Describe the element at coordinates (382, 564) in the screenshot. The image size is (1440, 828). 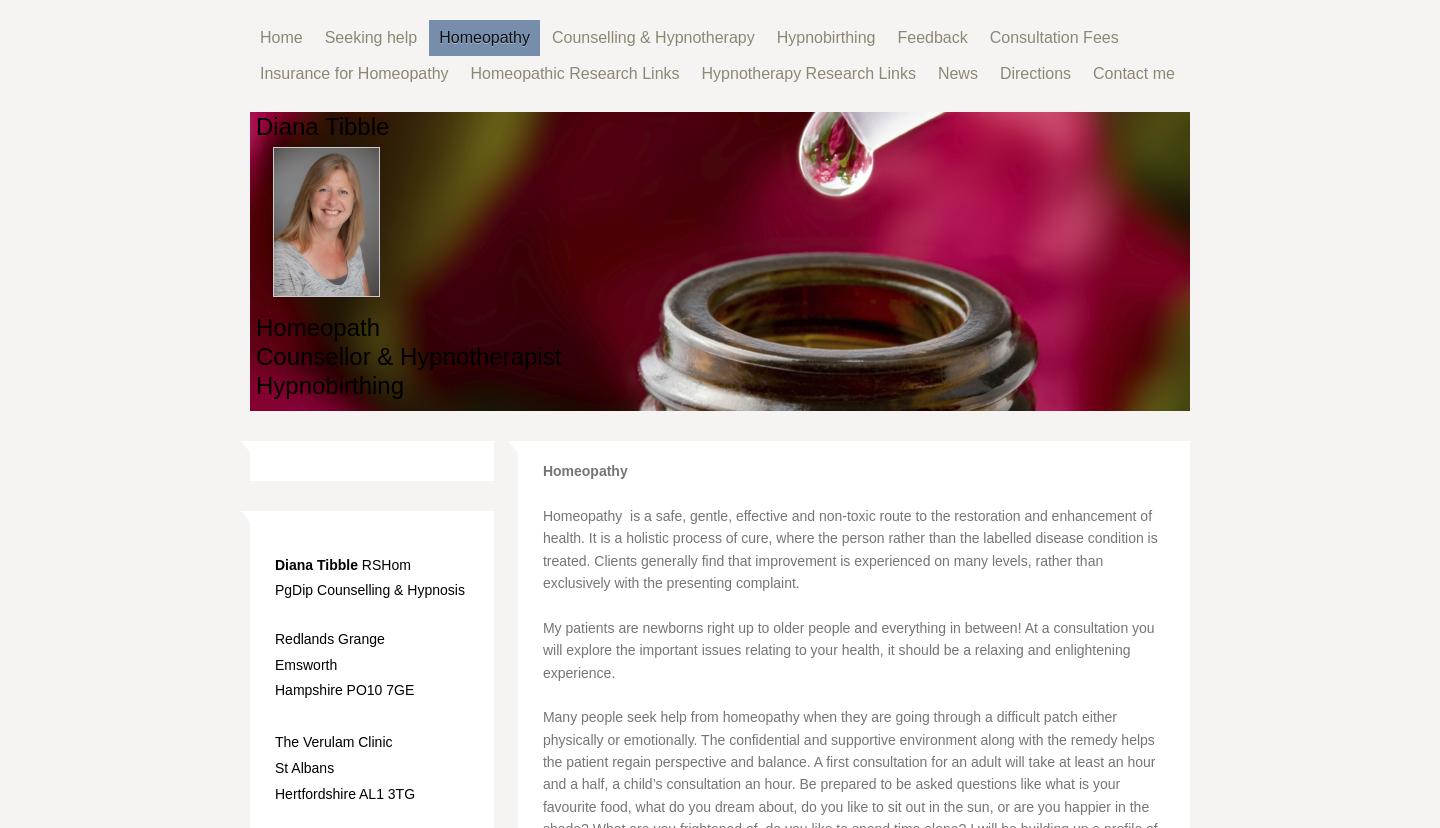
I see `'RSHom'` at that location.